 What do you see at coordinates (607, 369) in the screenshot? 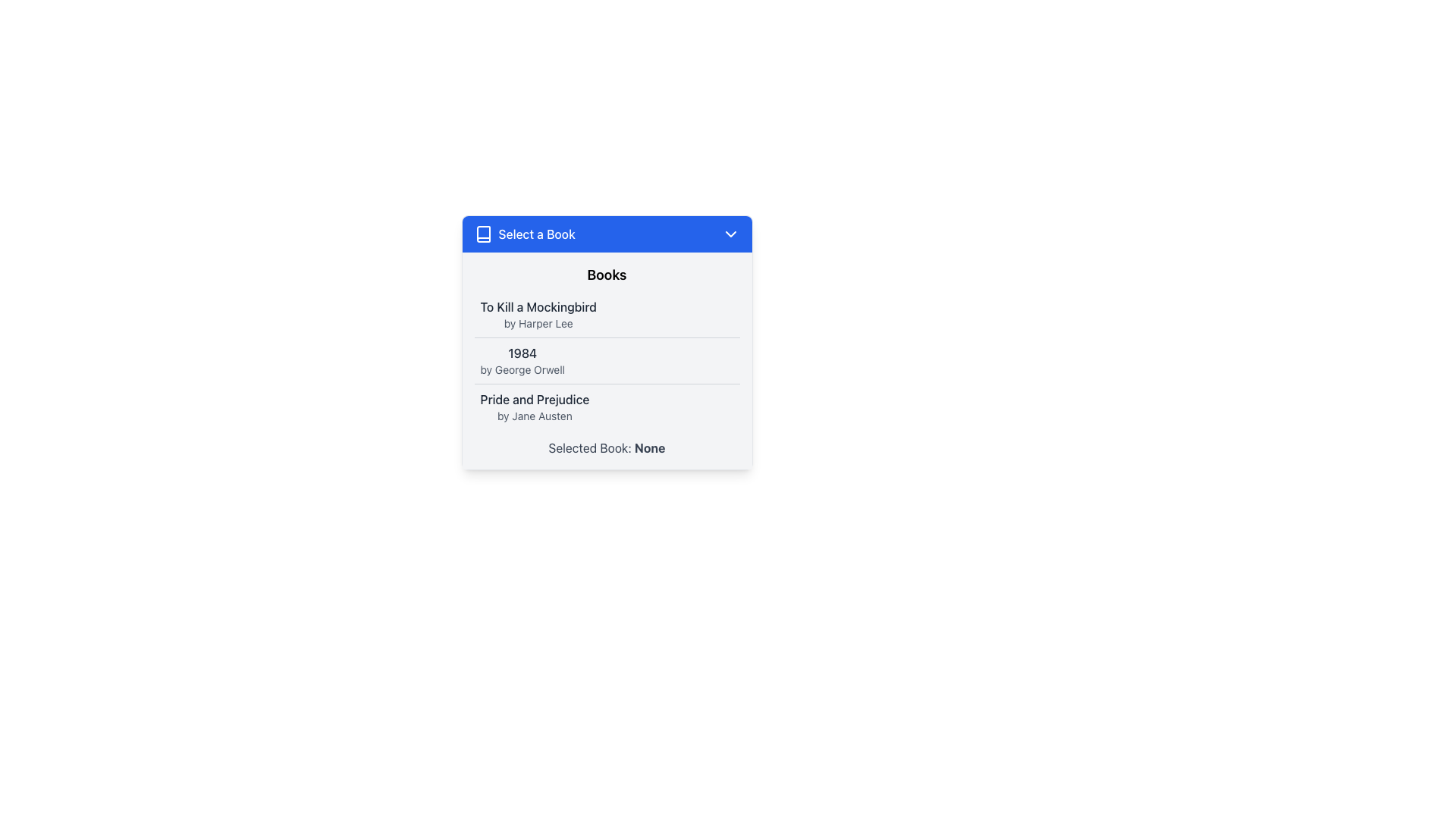
I see `the book options in the 'Select a Book' modal dialog box` at bounding box center [607, 369].